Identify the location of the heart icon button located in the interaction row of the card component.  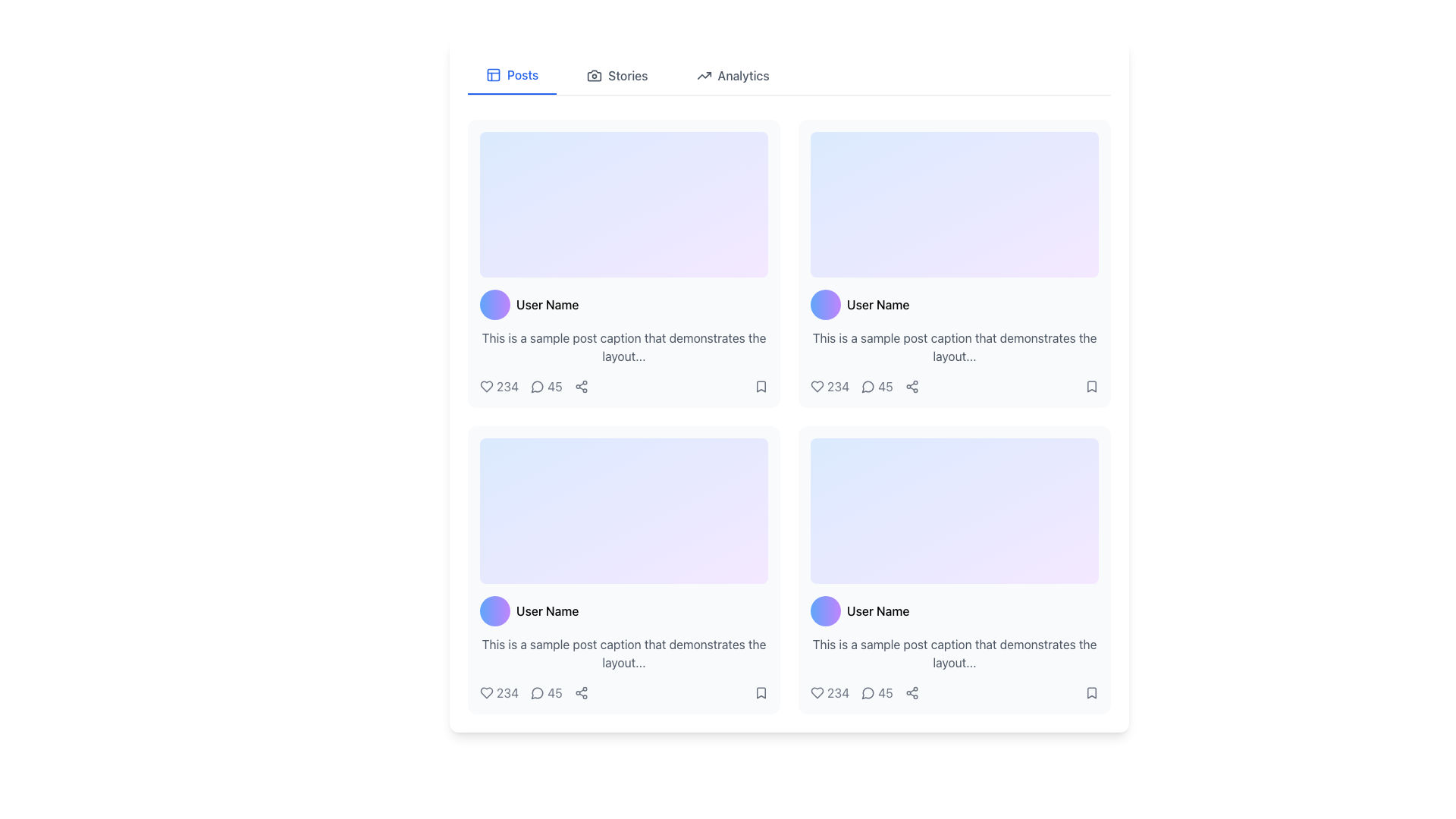
(817, 385).